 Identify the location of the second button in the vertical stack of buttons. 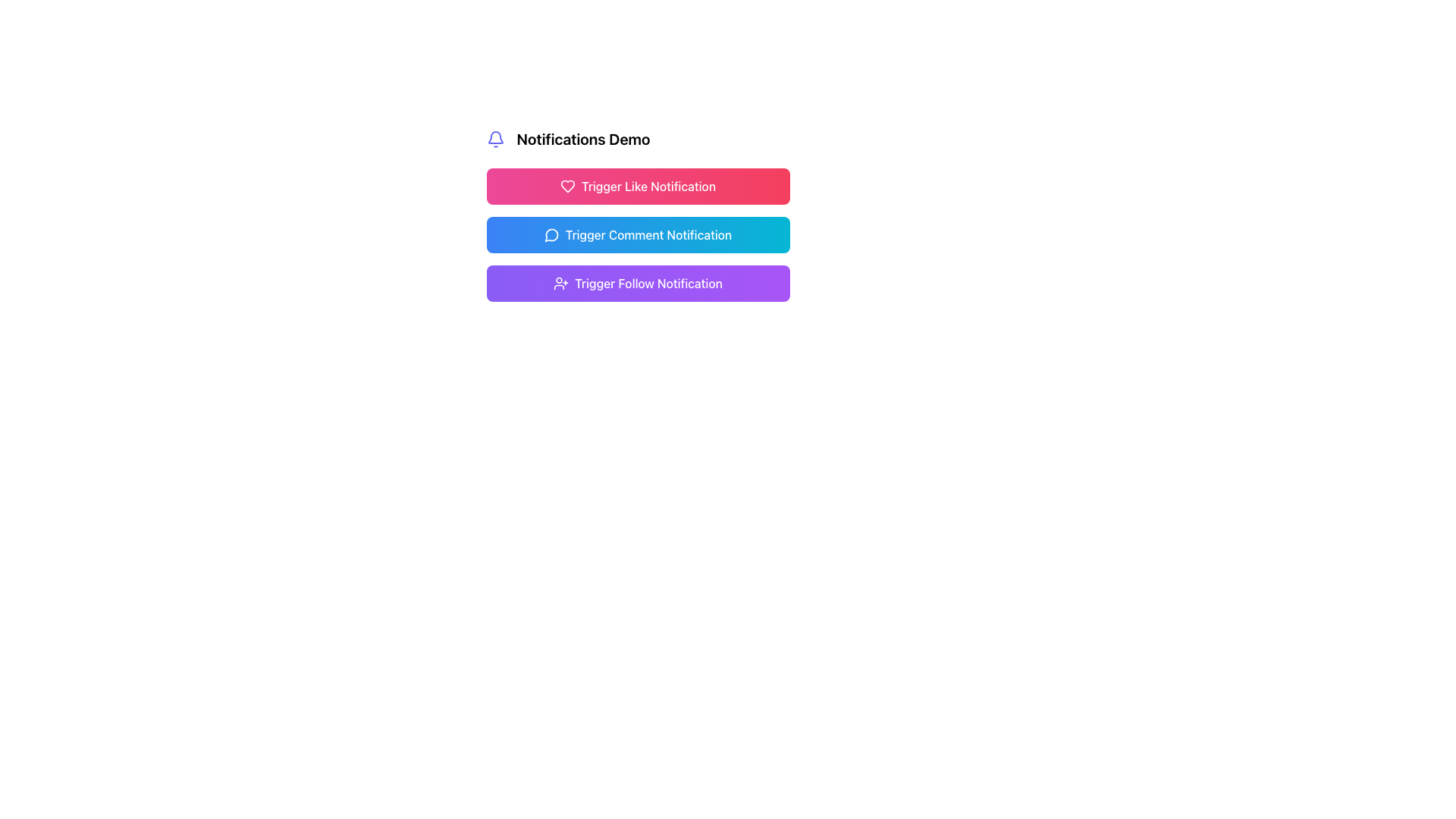
(638, 234).